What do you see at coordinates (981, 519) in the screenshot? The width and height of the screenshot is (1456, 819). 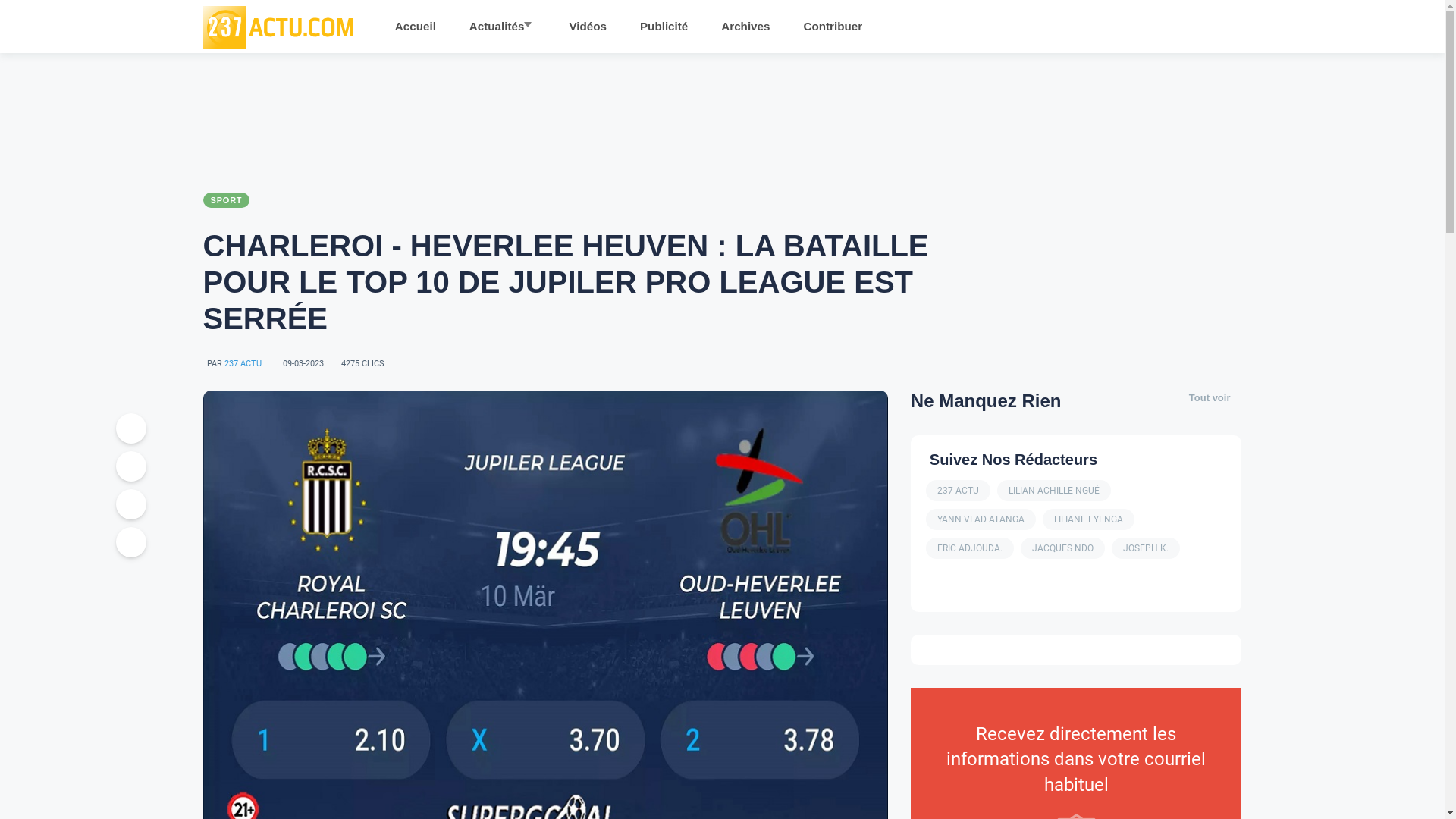 I see `'YANN VLAD ATANGA'` at bounding box center [981, 519].